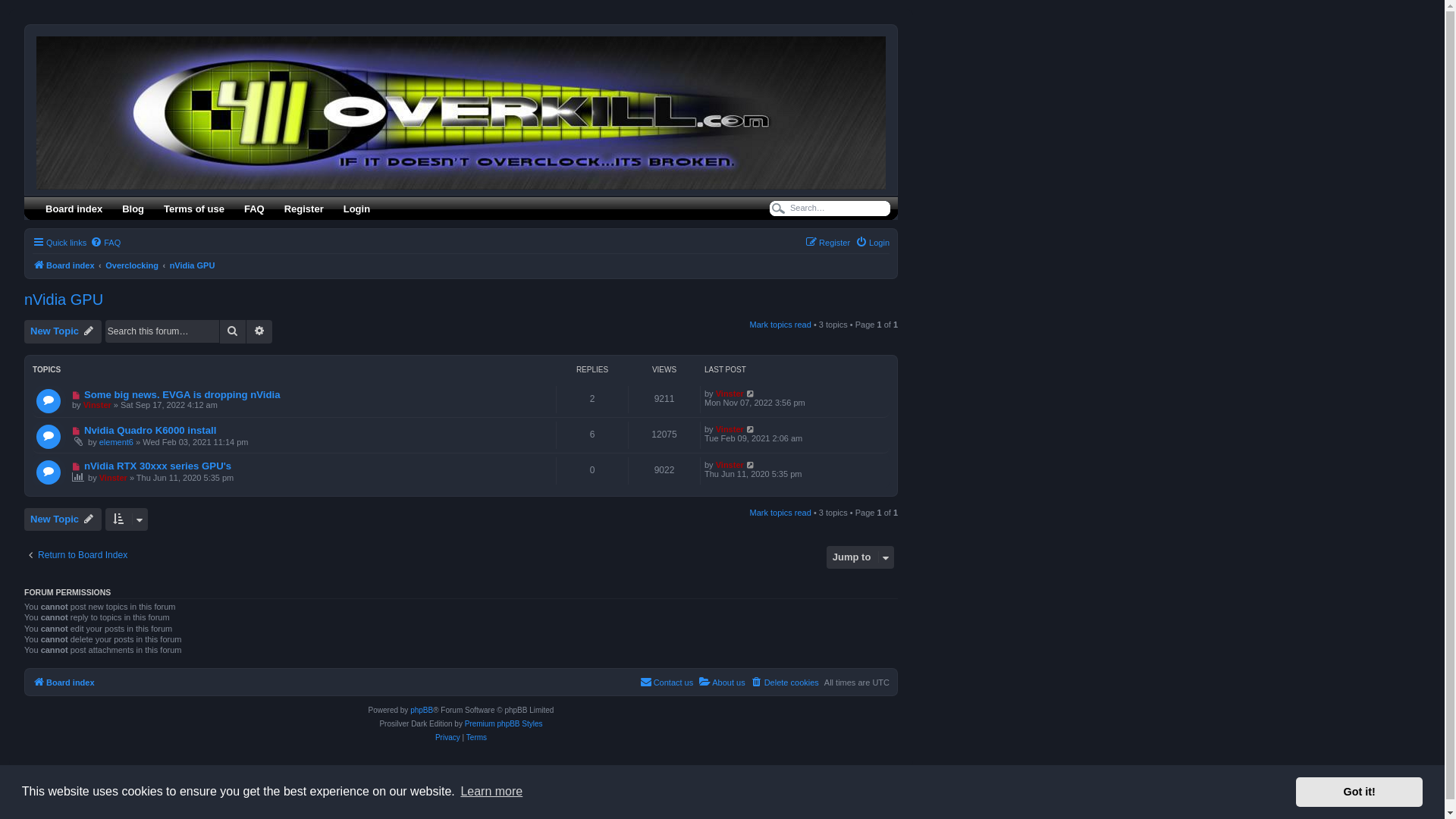 This screenshot has width=1456, height=819. Describe the element at coordinates (504, 723) in the screenshot. I see `'Premium phpBB Styles'` at that location.